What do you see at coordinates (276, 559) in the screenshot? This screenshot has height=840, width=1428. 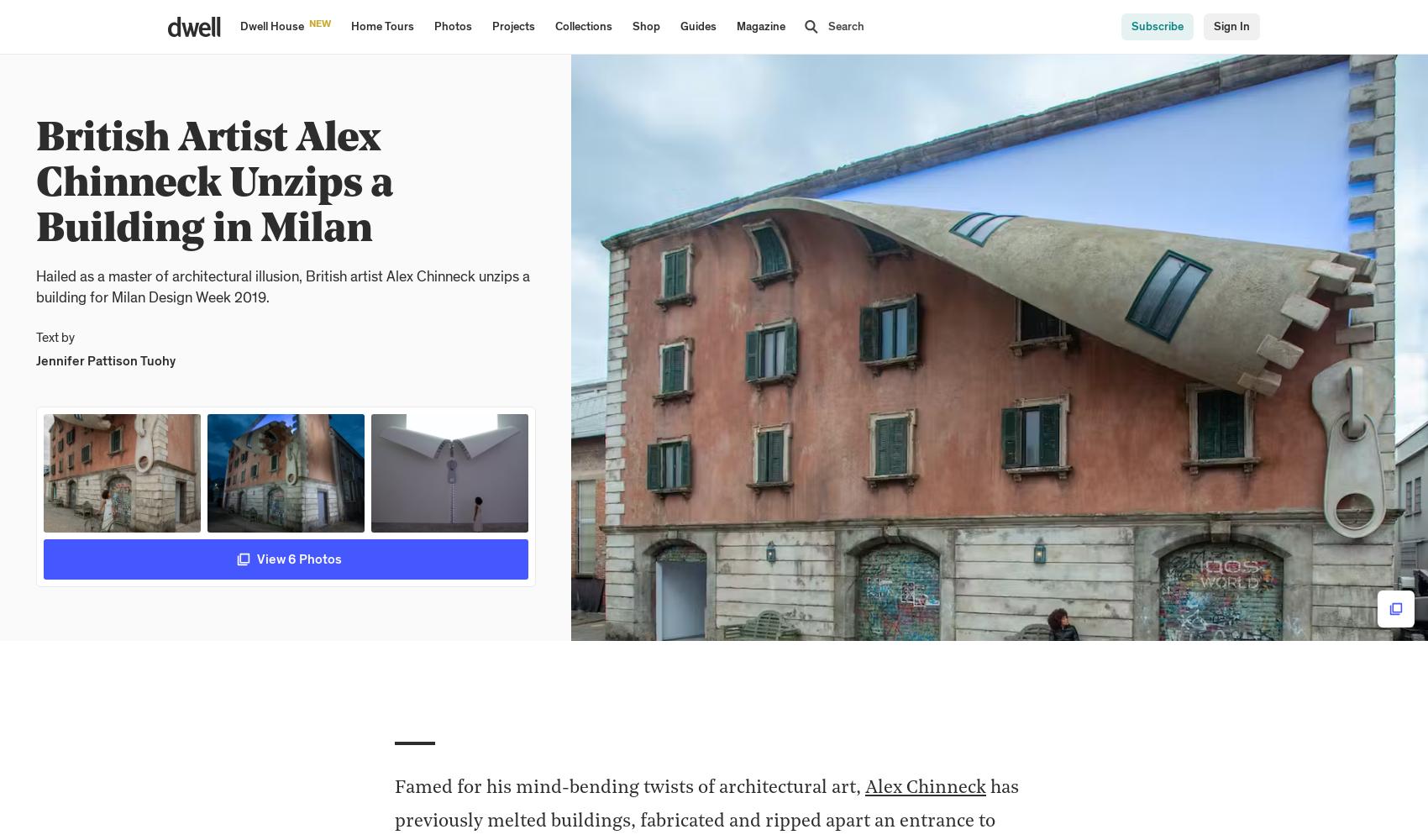 I see `'View 6'` at bounding box center [276, 559].